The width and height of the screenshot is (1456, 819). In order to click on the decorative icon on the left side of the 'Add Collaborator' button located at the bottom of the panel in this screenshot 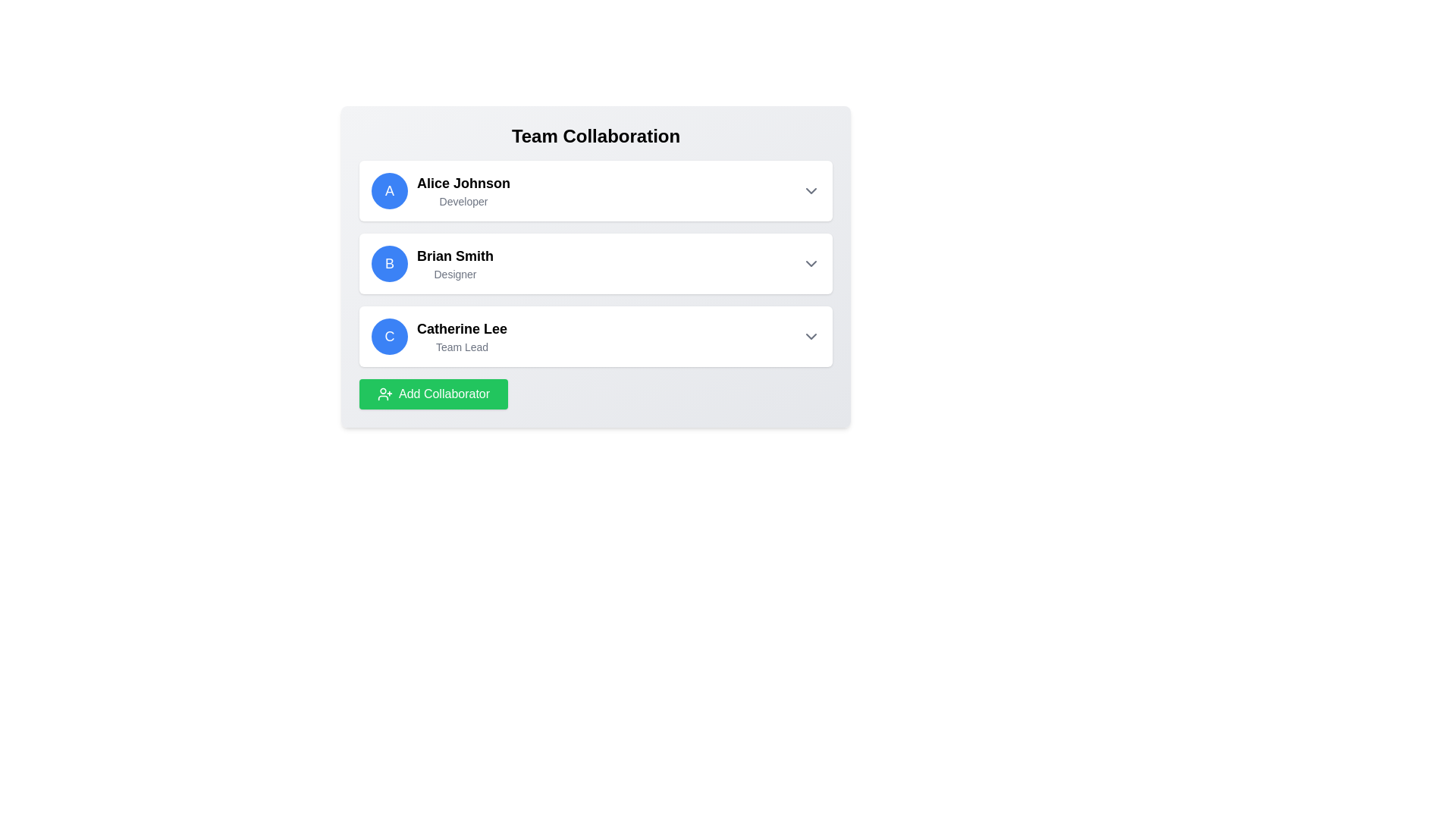, I will do `click(385, 394)`.